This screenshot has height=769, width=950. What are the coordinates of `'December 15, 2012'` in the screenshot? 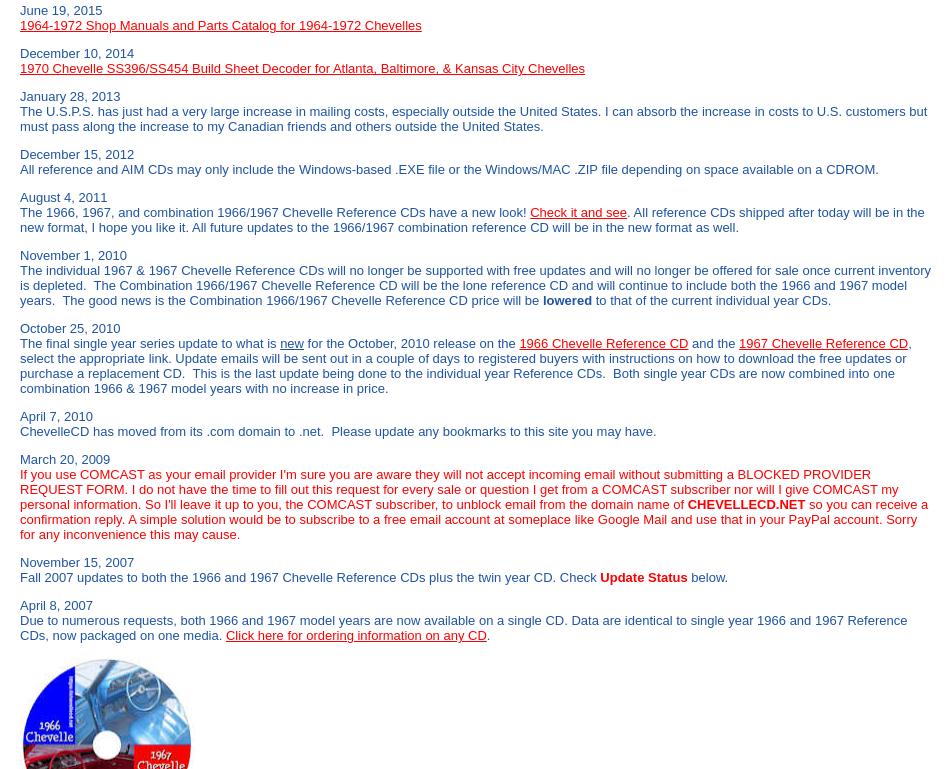 It's located at (77, 154).